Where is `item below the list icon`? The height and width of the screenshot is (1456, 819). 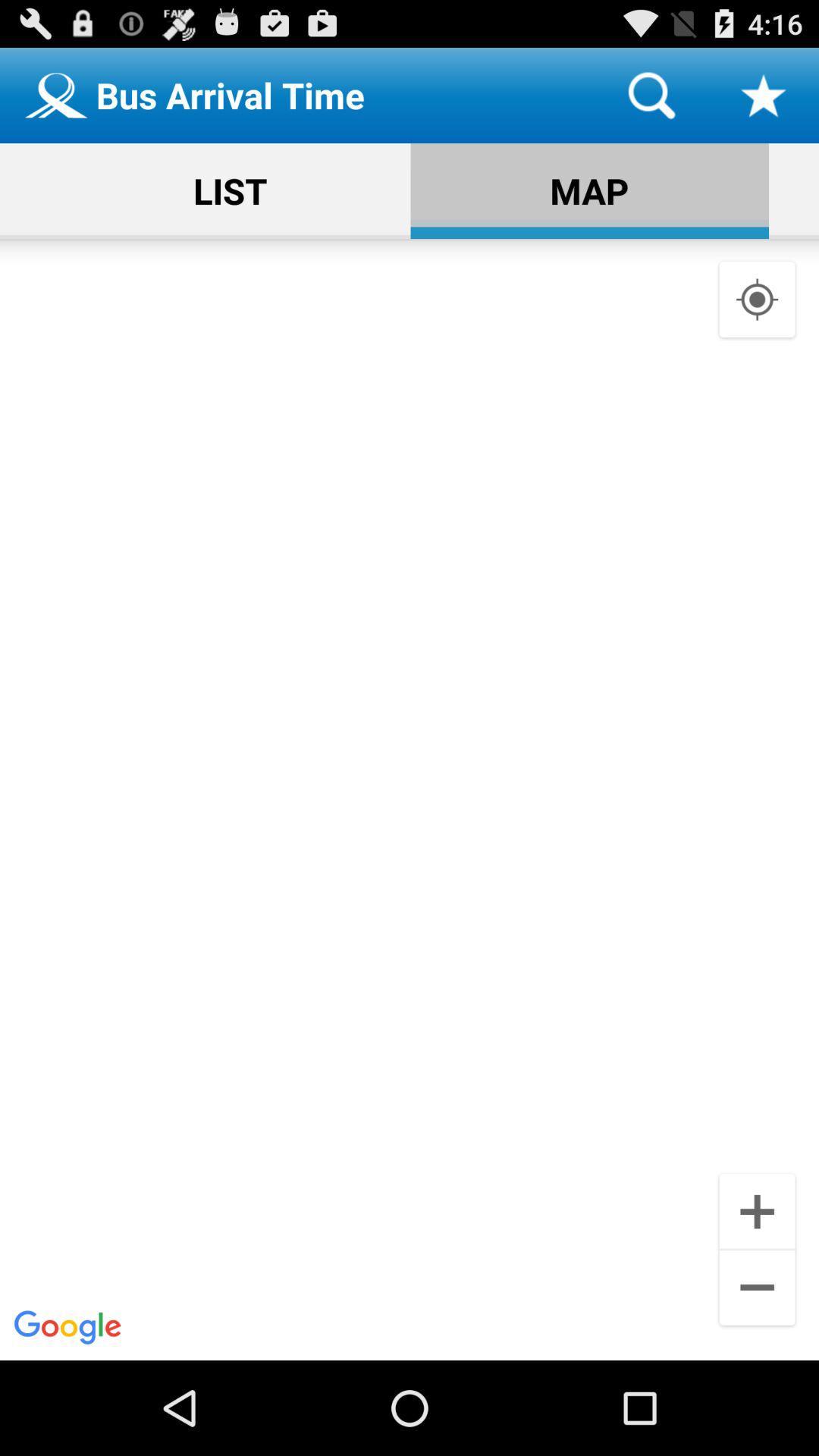 item below the list icon is located at coordinates (409, 799).